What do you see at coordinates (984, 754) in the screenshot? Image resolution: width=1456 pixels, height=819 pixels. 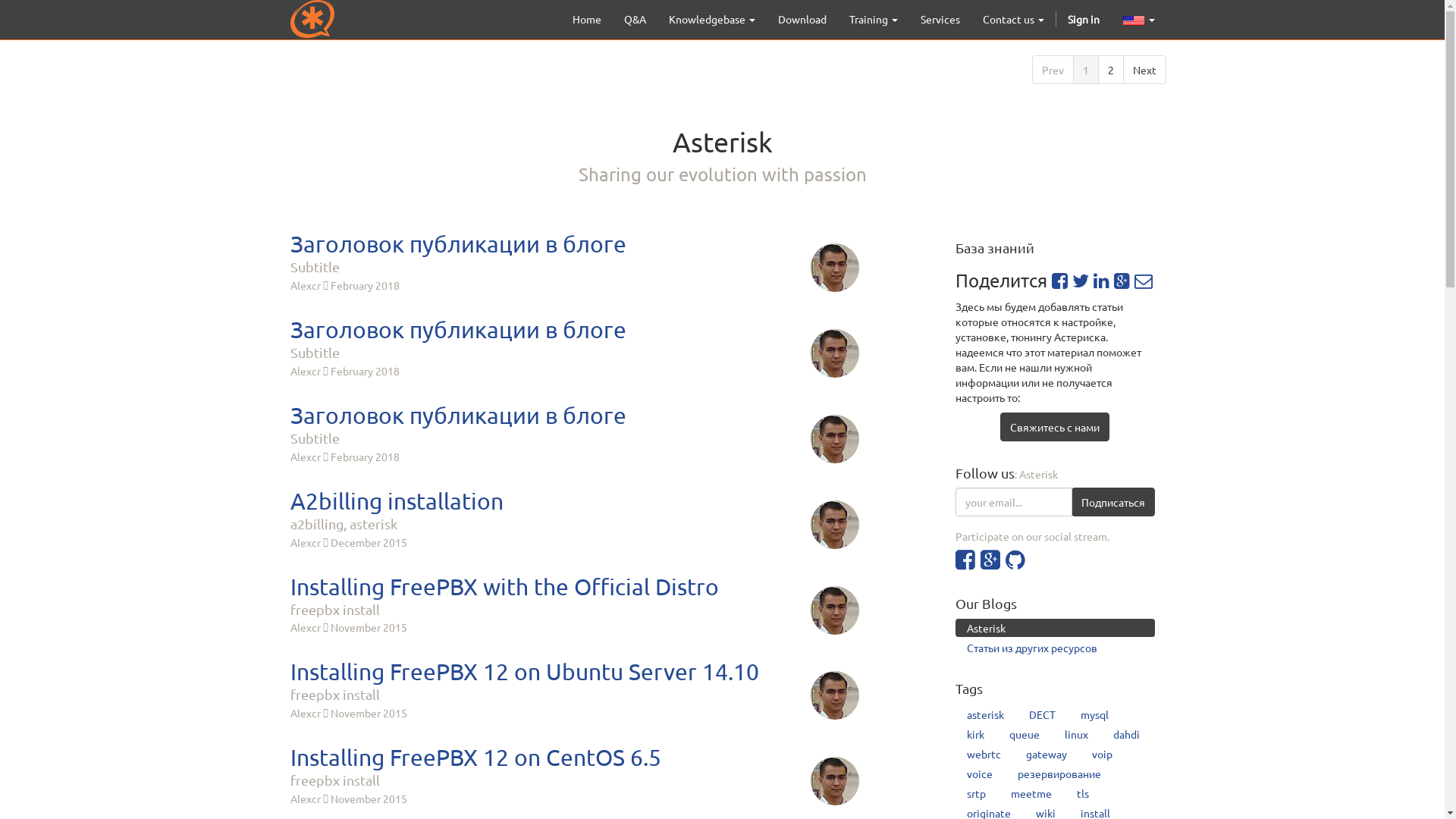 I see `'webrtc'` at bounding box center [984, 754].